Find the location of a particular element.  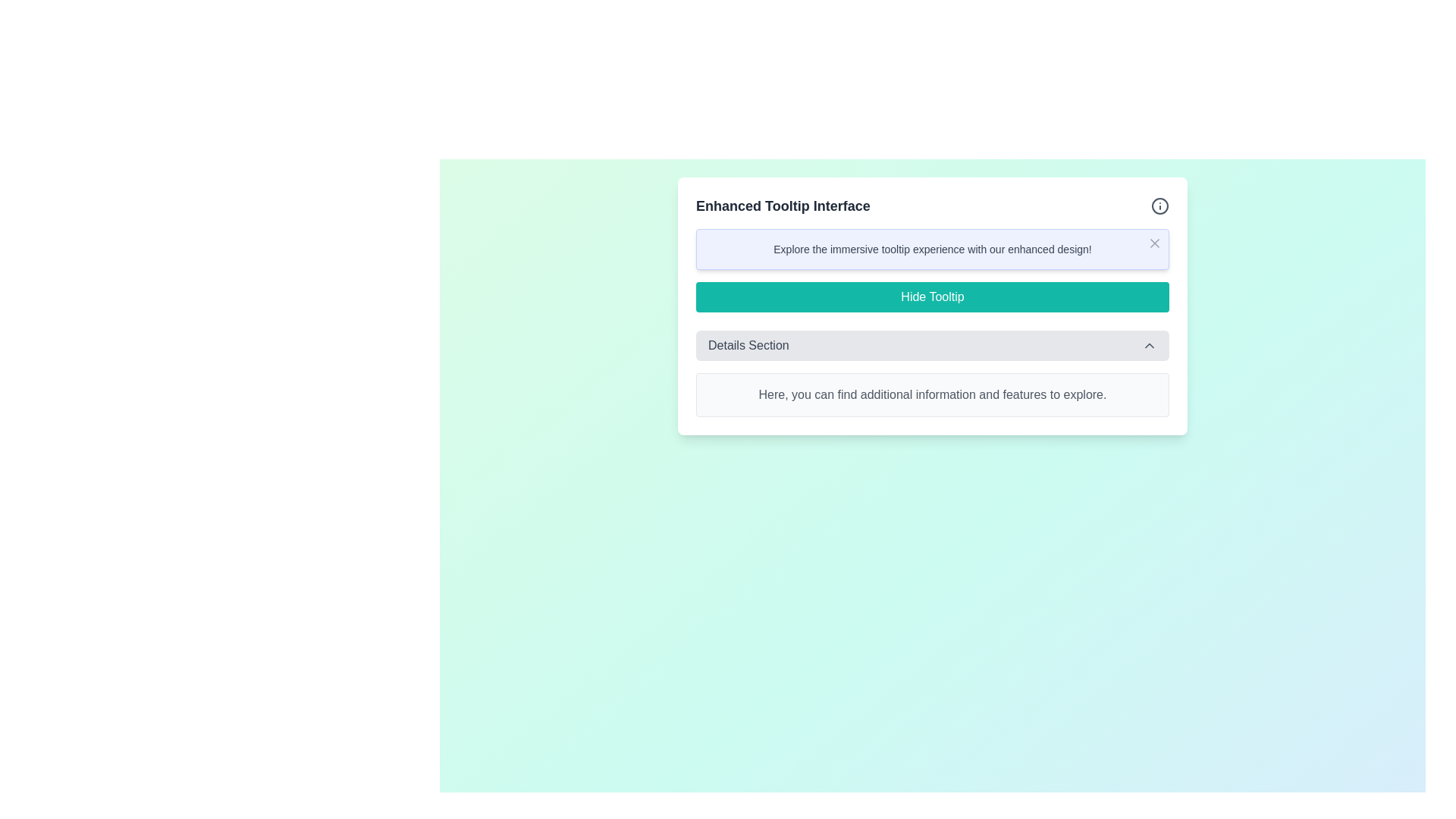

the informational tooltip with a light indigo background and indigo border, containing the message 'Explore the immersive tooltip experience with our enhanced design!' is located at coordinates (931, 248).